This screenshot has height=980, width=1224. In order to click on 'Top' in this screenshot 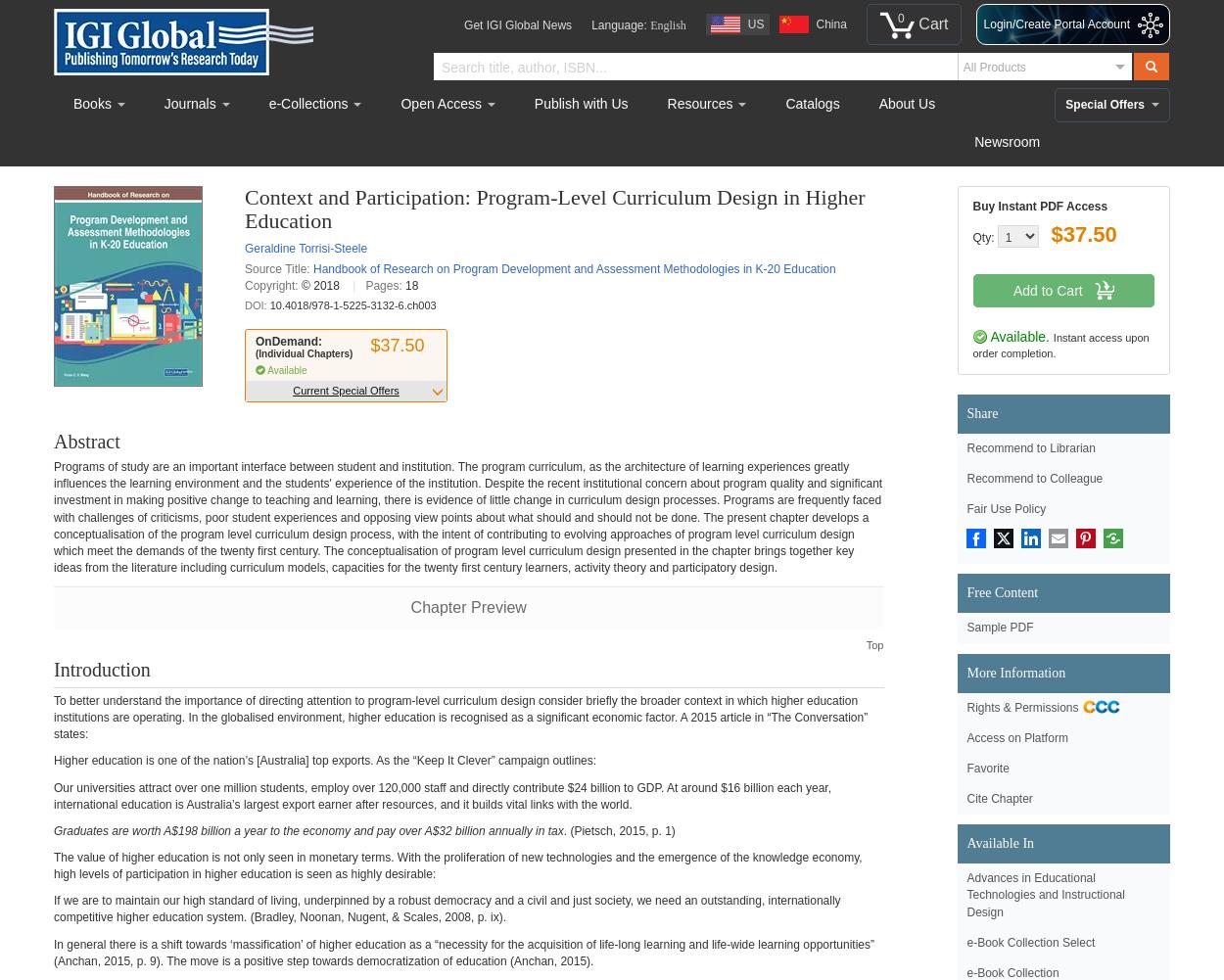, I will do `click(874, 643)`.